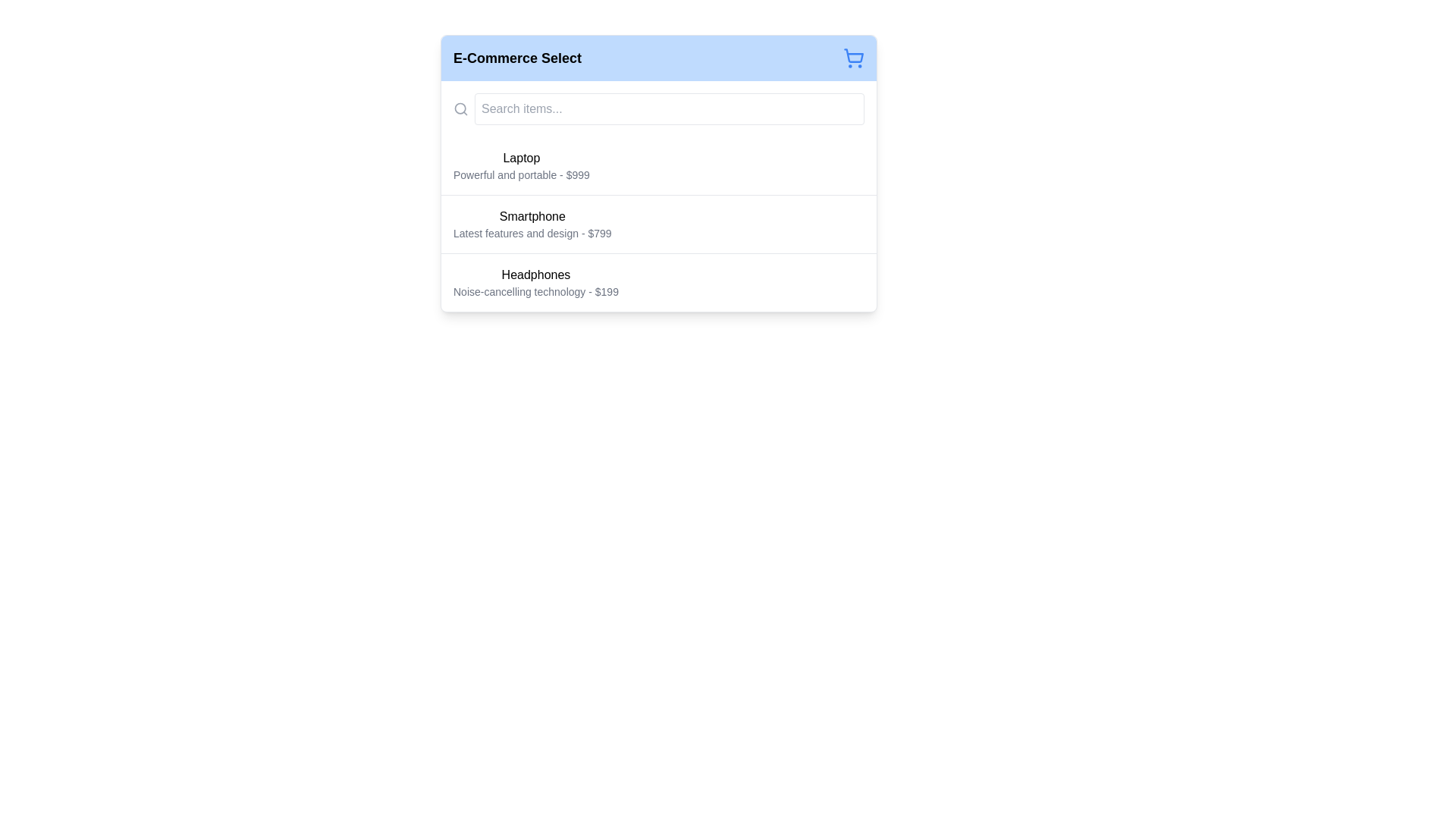 The height and width of the screenshot is (819, 1456). What do you see at coordinates (535, 292) in the screenshot?
I see `the text label displaying 'Noise-cancelling technology - $199', which is located directly below the 'Headphones' label in the 'E-Commerce Select' interface` at bounding box center [535, 292].